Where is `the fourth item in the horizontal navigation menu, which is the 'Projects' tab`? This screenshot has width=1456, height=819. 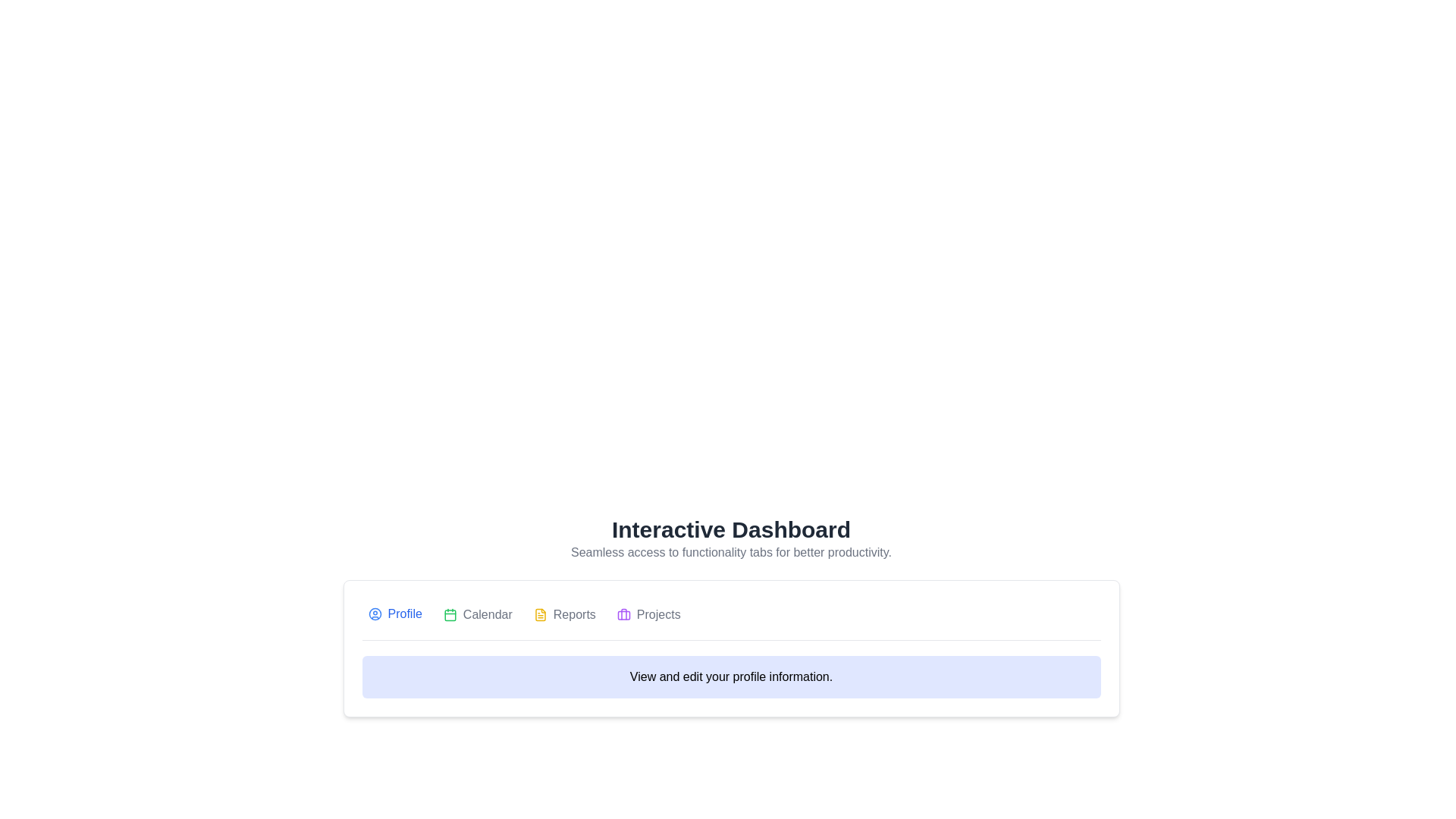
the fourth item in the horizontal navigation menu, which is the 'Projects' tab is located at coordinates (648, 614).